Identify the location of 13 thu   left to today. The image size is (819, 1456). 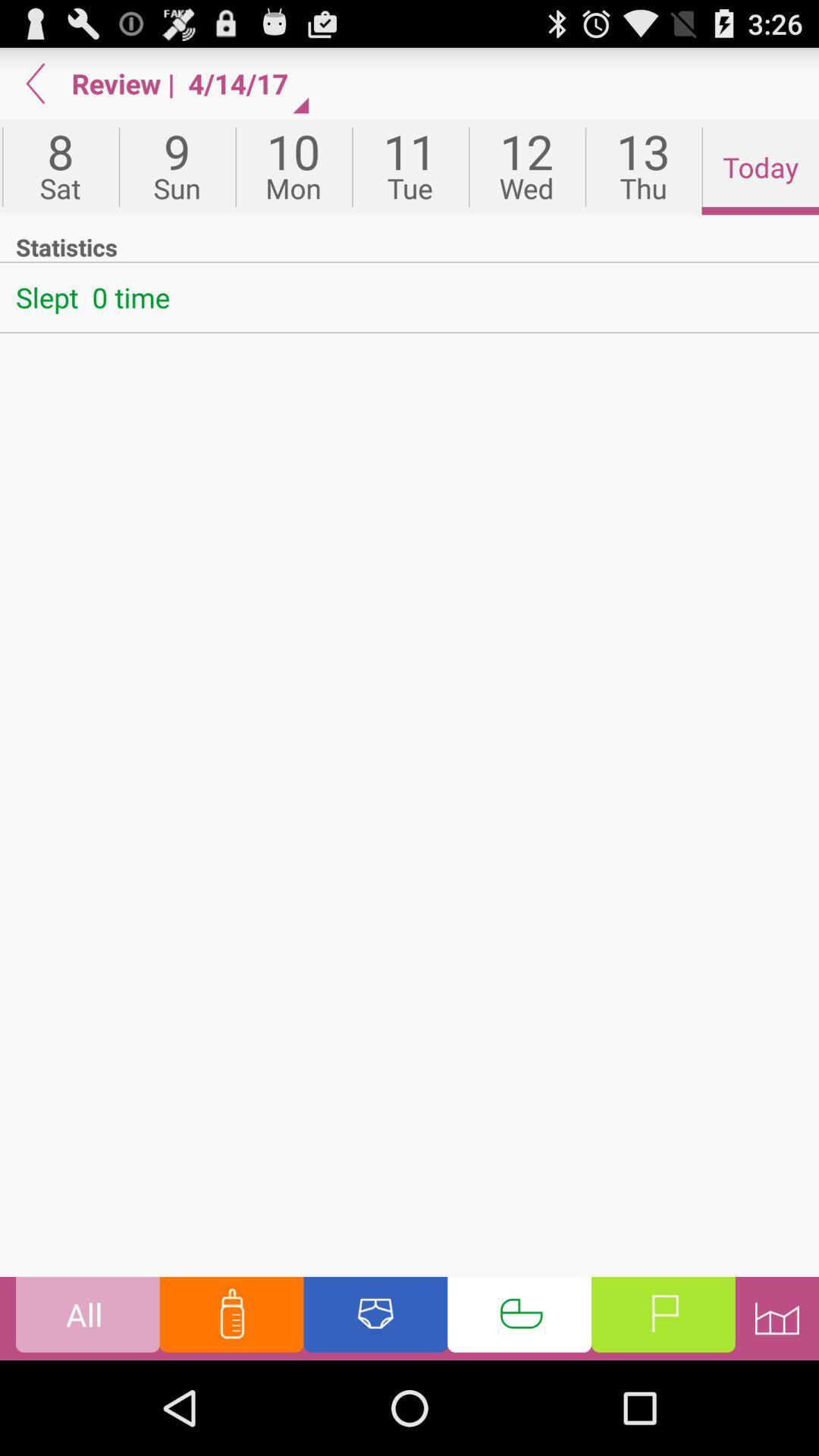
(643, 167).